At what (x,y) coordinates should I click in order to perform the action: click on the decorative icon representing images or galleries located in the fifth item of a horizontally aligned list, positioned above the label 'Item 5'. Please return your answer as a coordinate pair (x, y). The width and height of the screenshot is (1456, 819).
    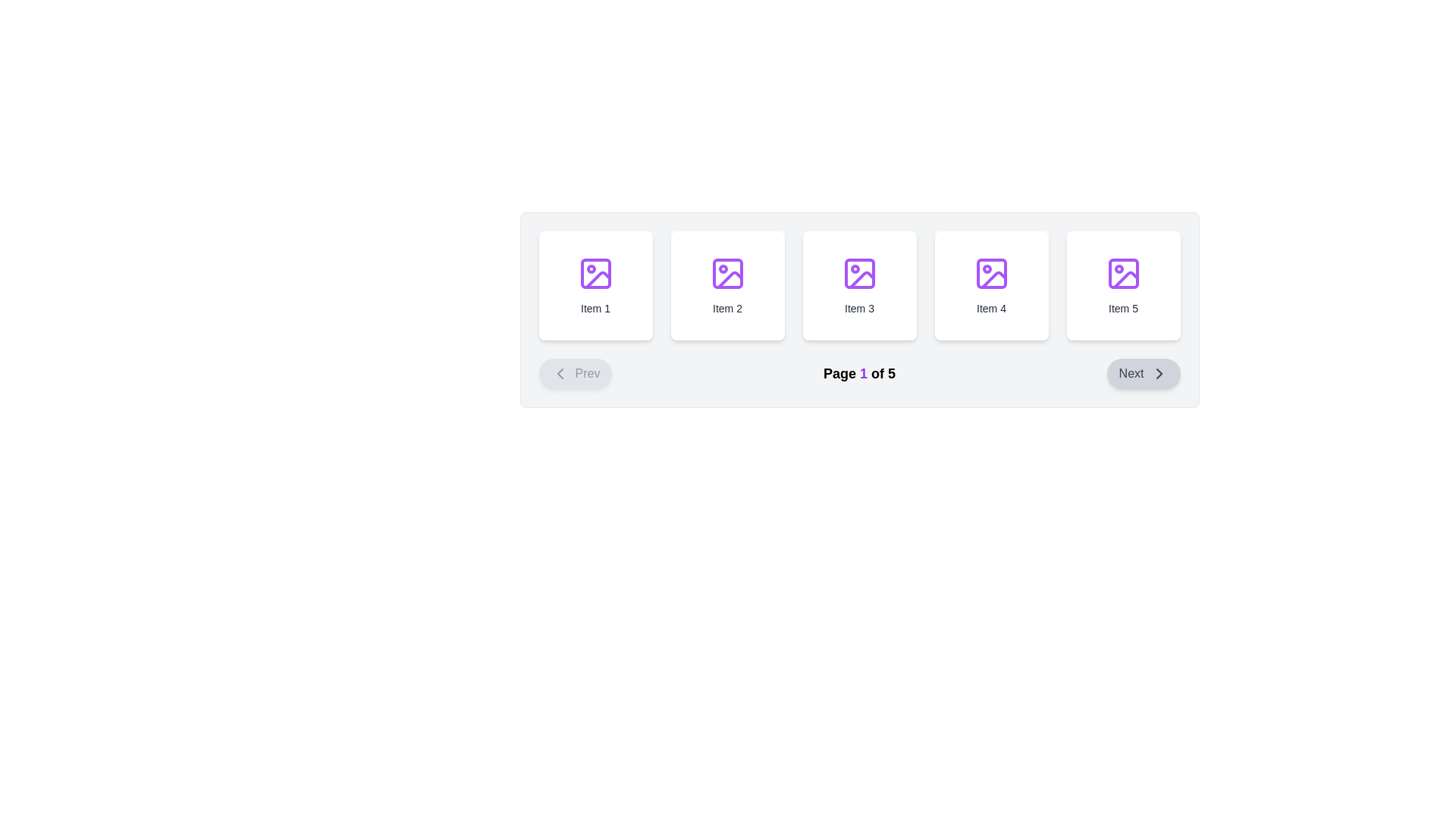
    Looking at the image, I should click on (1123, 274).